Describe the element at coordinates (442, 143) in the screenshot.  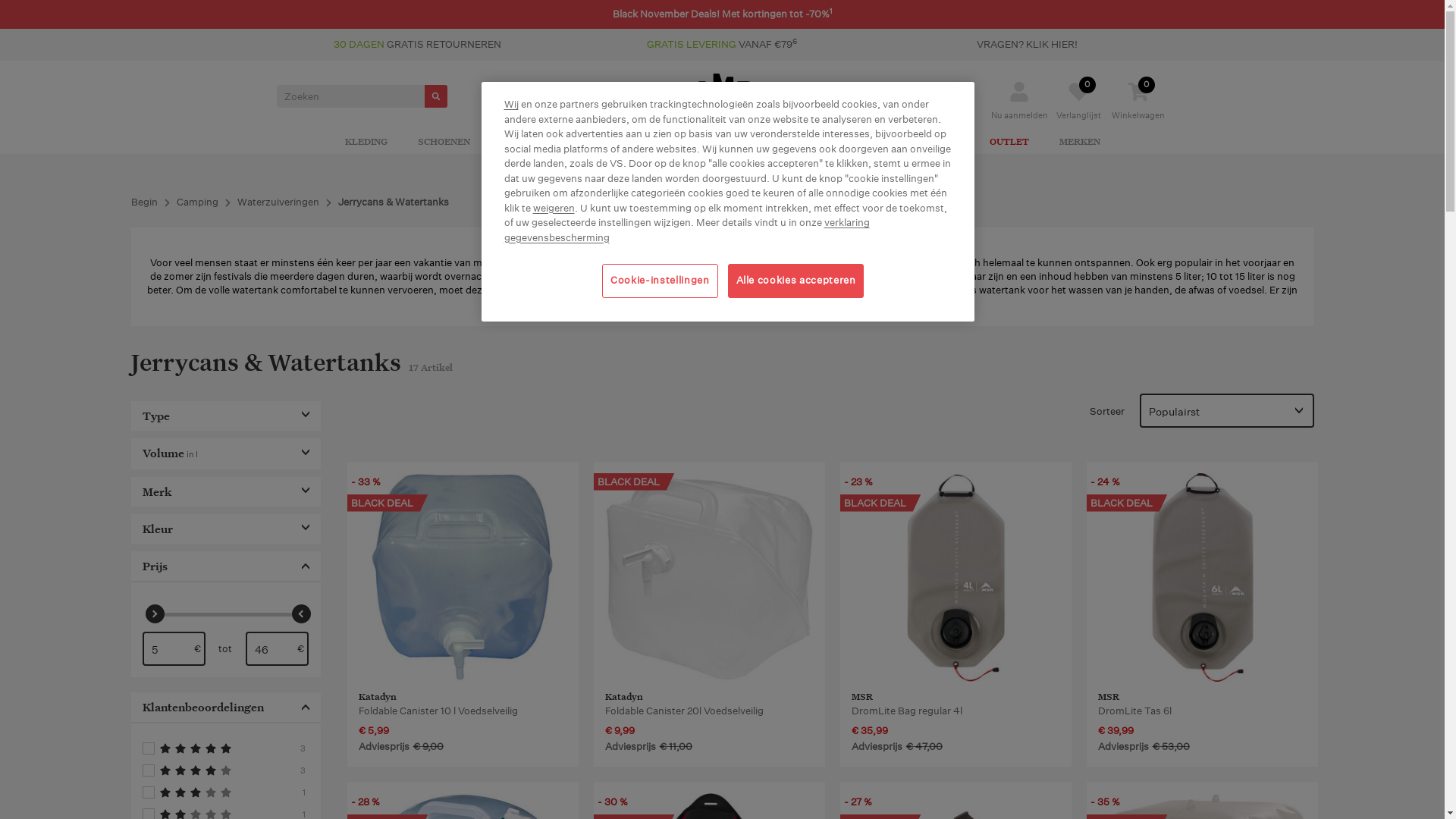
I see `'SCHOENEN'` at that location.